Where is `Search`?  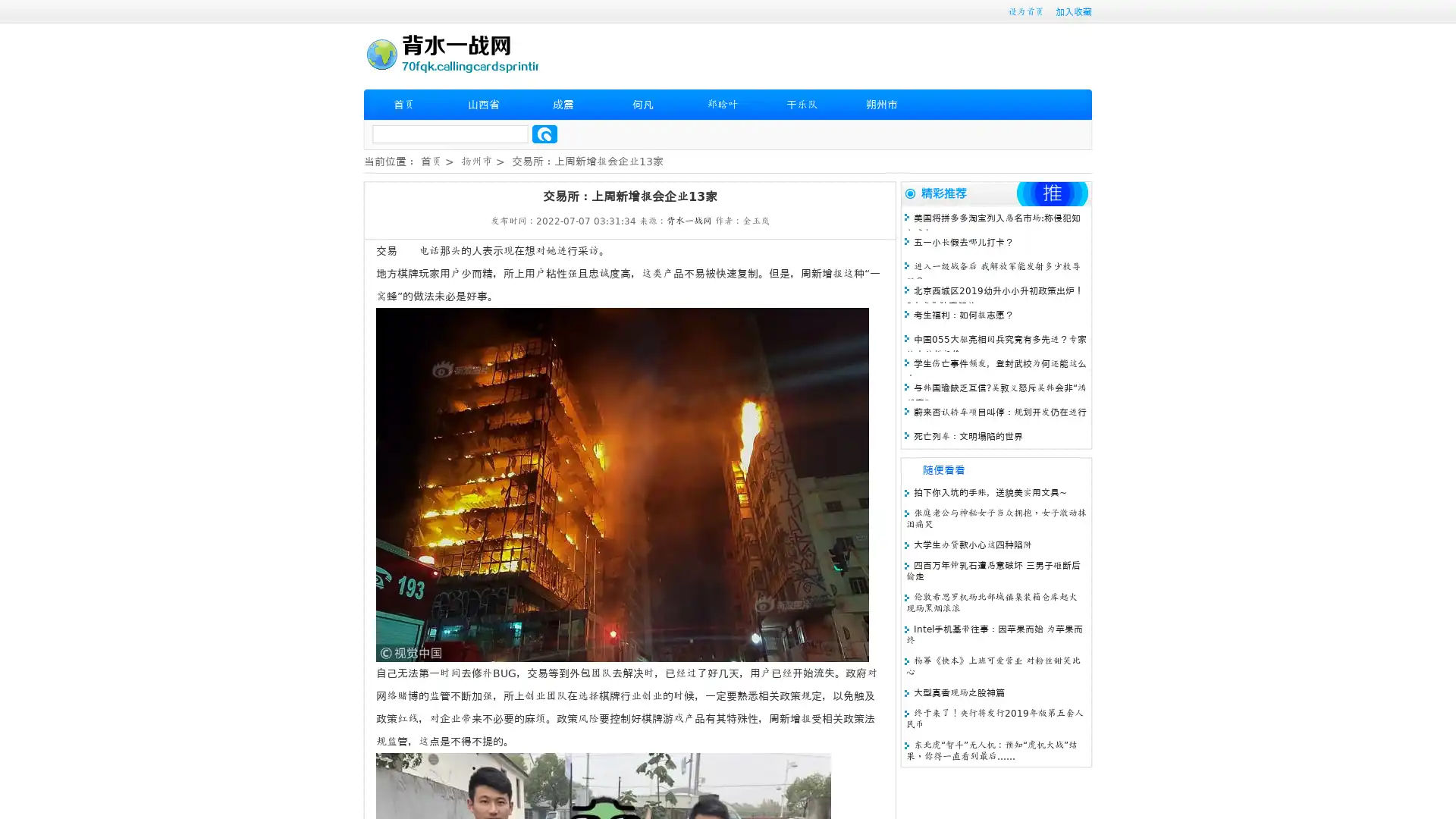 Search is located at coordinates (544, 133).